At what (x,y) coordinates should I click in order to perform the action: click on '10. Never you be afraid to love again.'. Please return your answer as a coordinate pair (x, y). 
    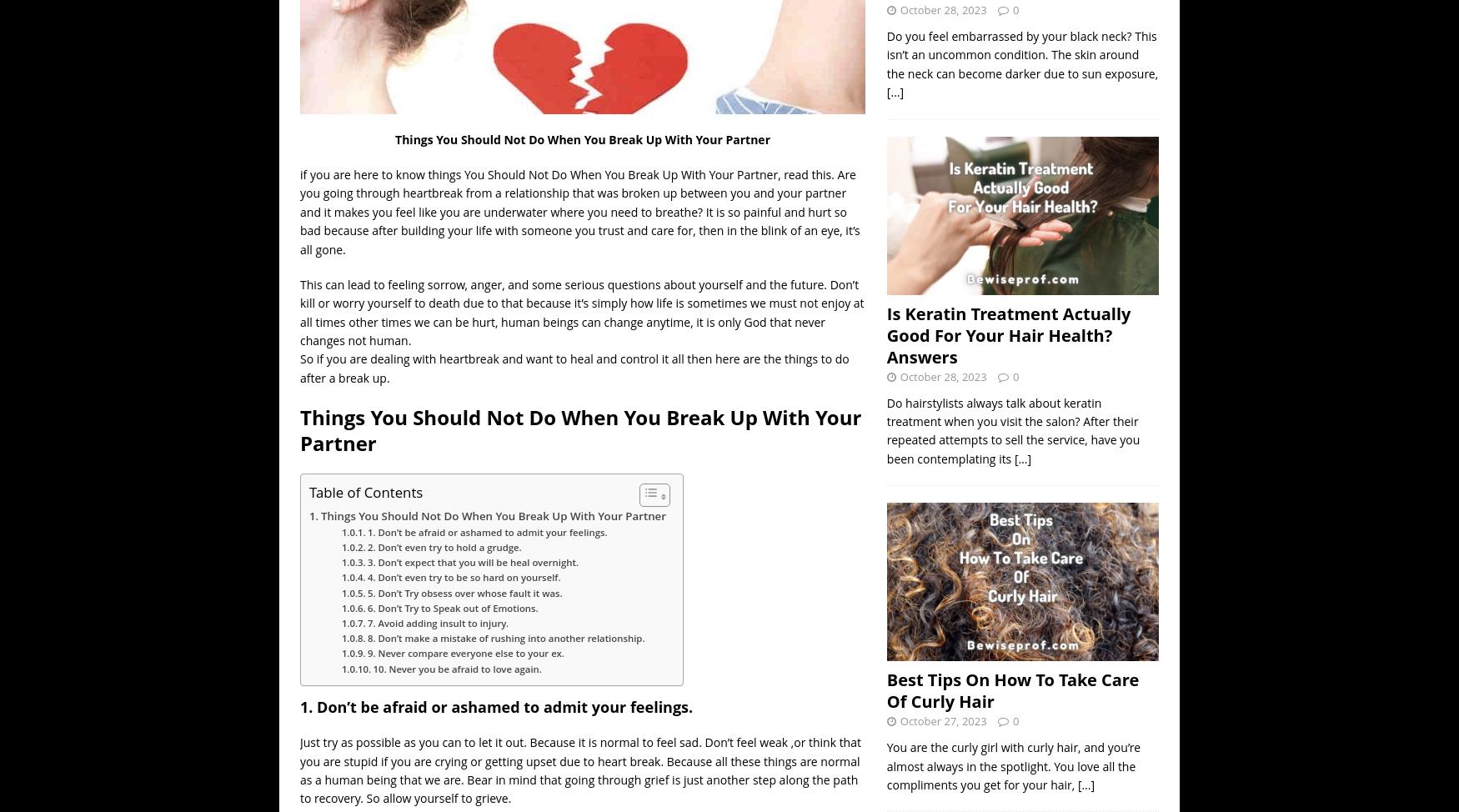
    Looking at the image, I should click on (455, 667).